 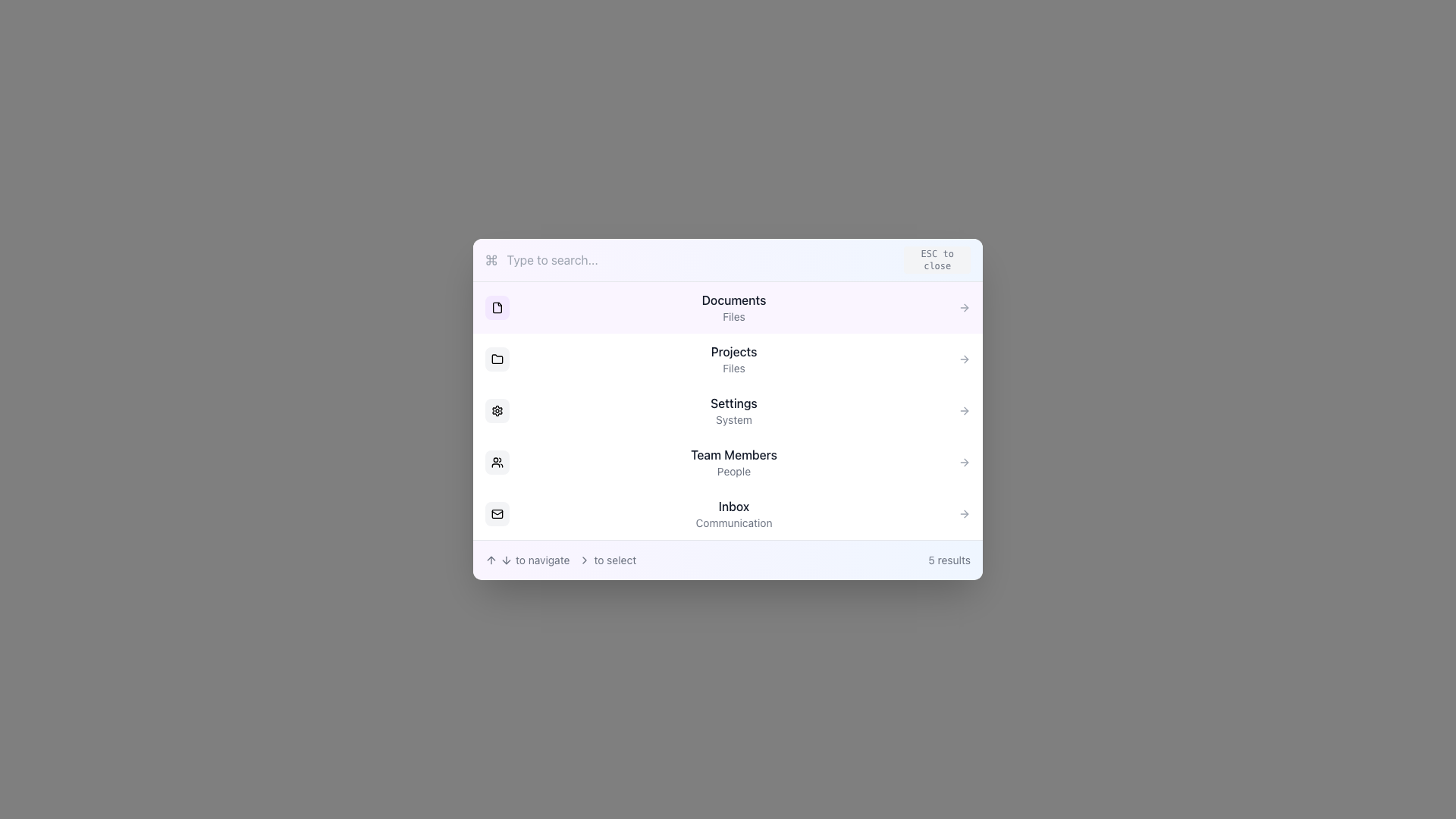 I want to click on the 'Team Members' navigation menu item, which is a horizontally aligned list item with rounded corners, containing bold text and a right-pointing chevron icon, so click(x=728, y=461).